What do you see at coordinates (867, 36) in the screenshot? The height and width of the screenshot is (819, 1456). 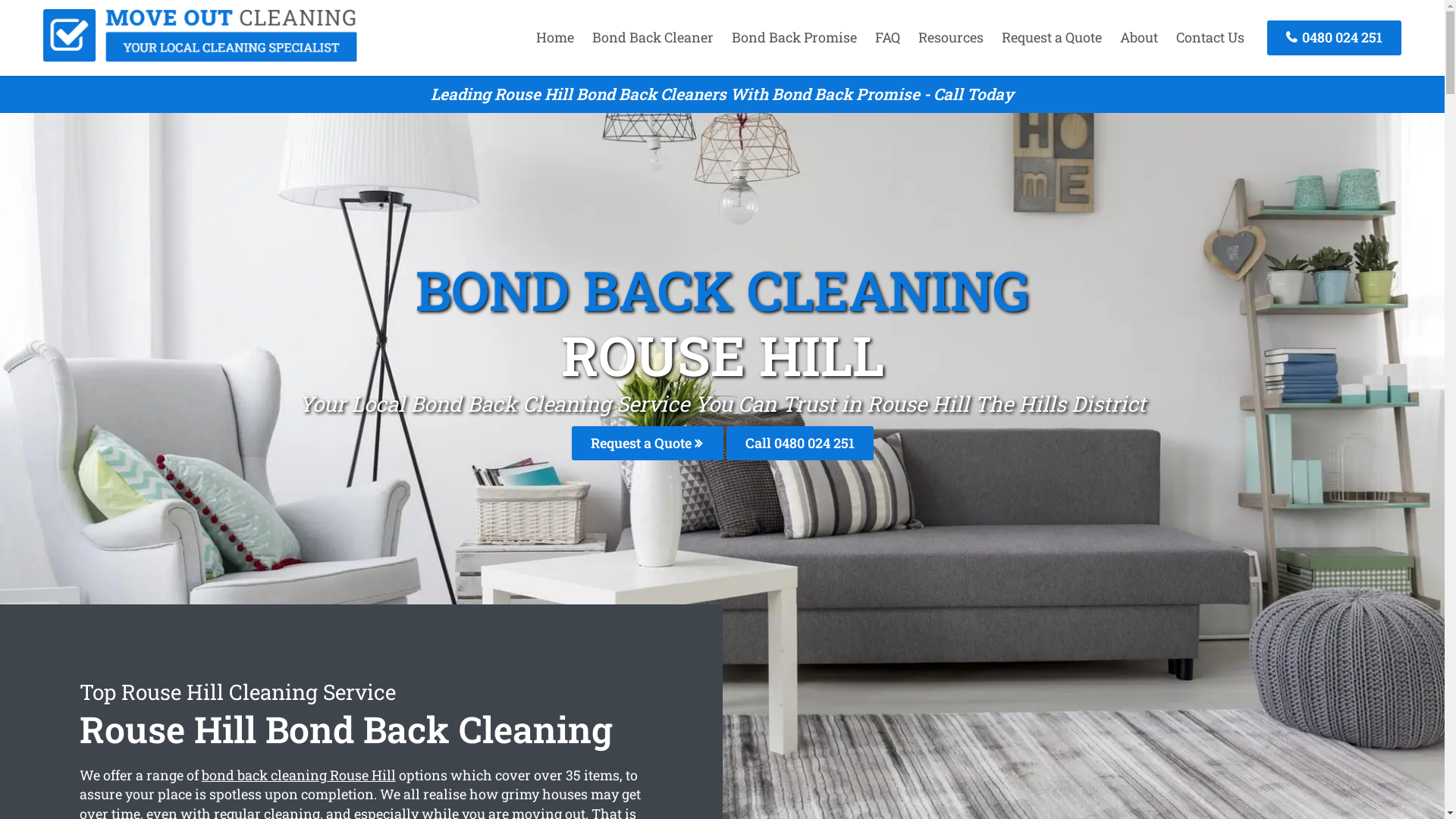 I see `'FAQ'` at bounding box center [867, 36].